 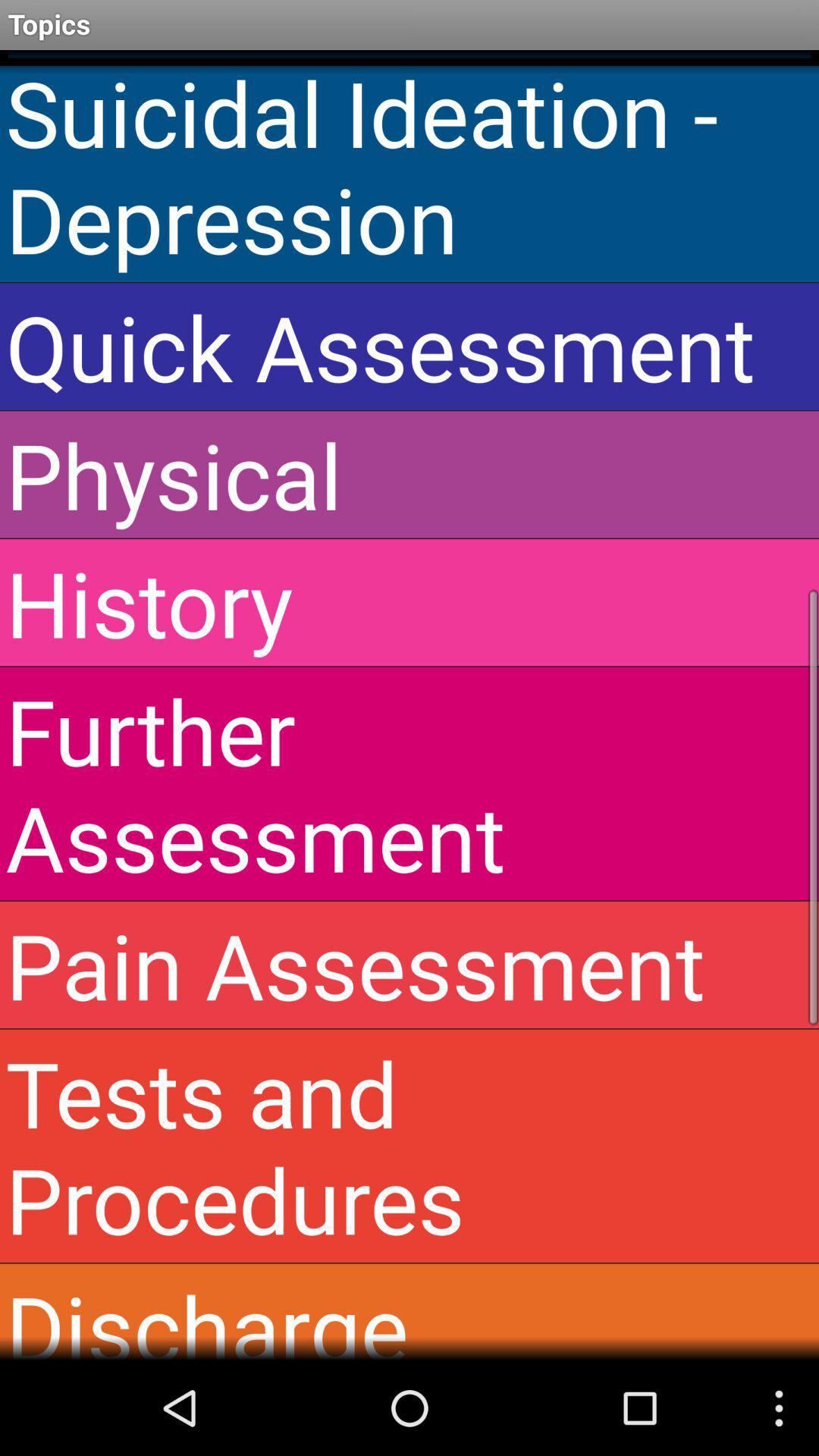 What do you see at coordinates (409, 166) in the screenshot?
I see `icon below the topics icon` at bounding box center [409, 166].